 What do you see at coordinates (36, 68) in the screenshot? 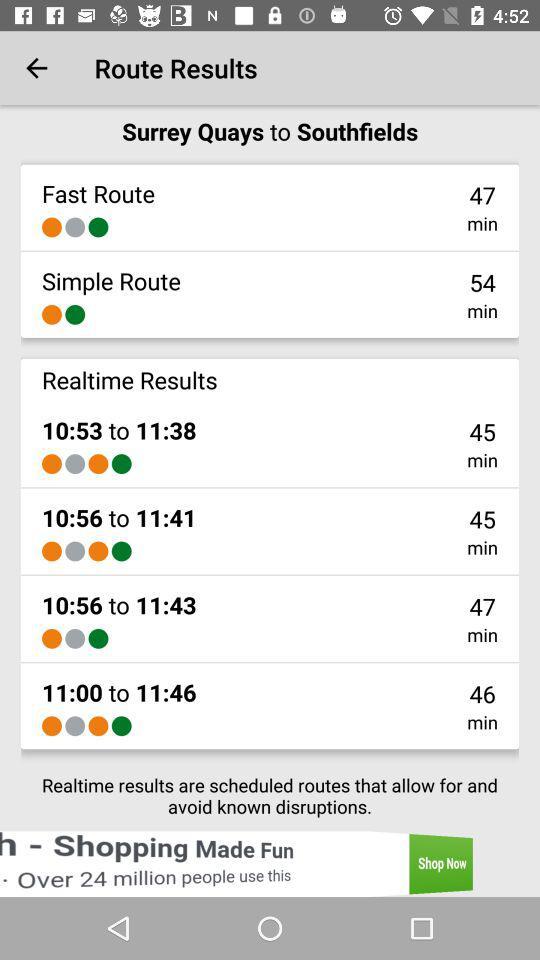
I see `the icon to the left of route results` at bounding box center [36, 68].